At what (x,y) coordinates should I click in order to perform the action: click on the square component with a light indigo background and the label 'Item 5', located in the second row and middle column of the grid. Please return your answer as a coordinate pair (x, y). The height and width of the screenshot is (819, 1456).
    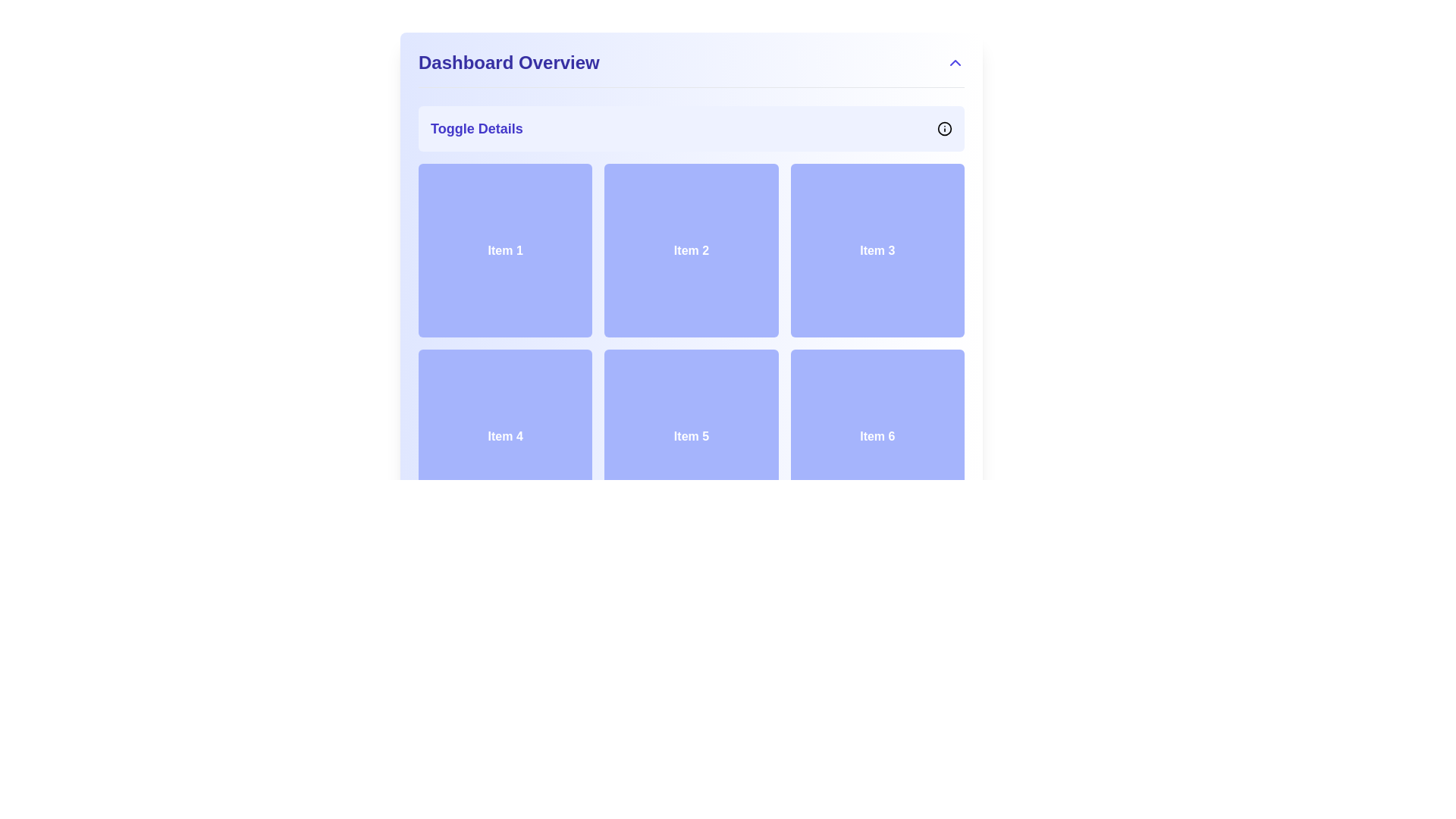
    Looking at the image, I should click on (691, 436).